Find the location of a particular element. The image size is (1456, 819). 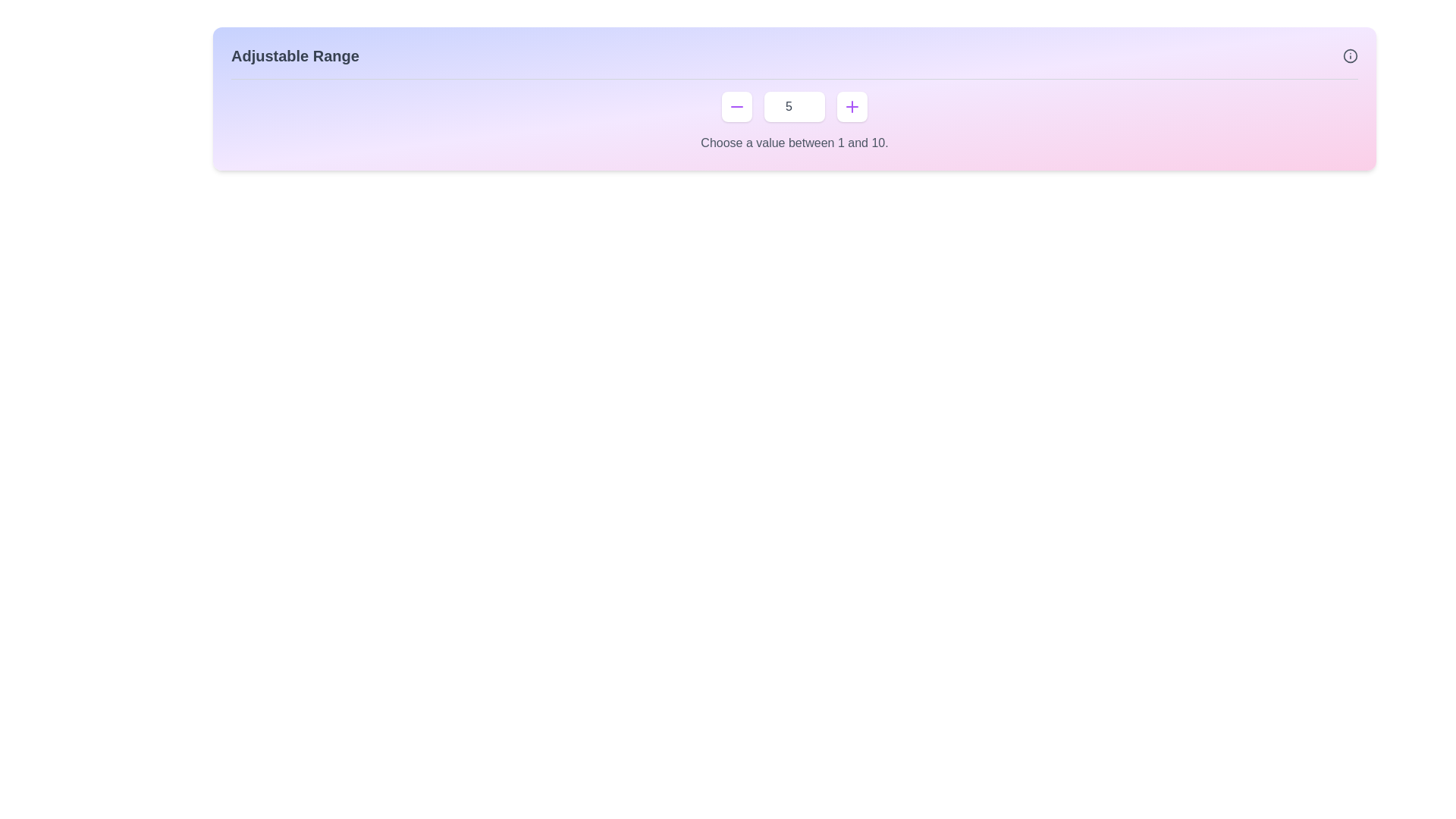

the bold, extra-large dark gray text 'Adjustable Range' located in the top-left segment of the horizontal bar is located at coordinates (295, 55).